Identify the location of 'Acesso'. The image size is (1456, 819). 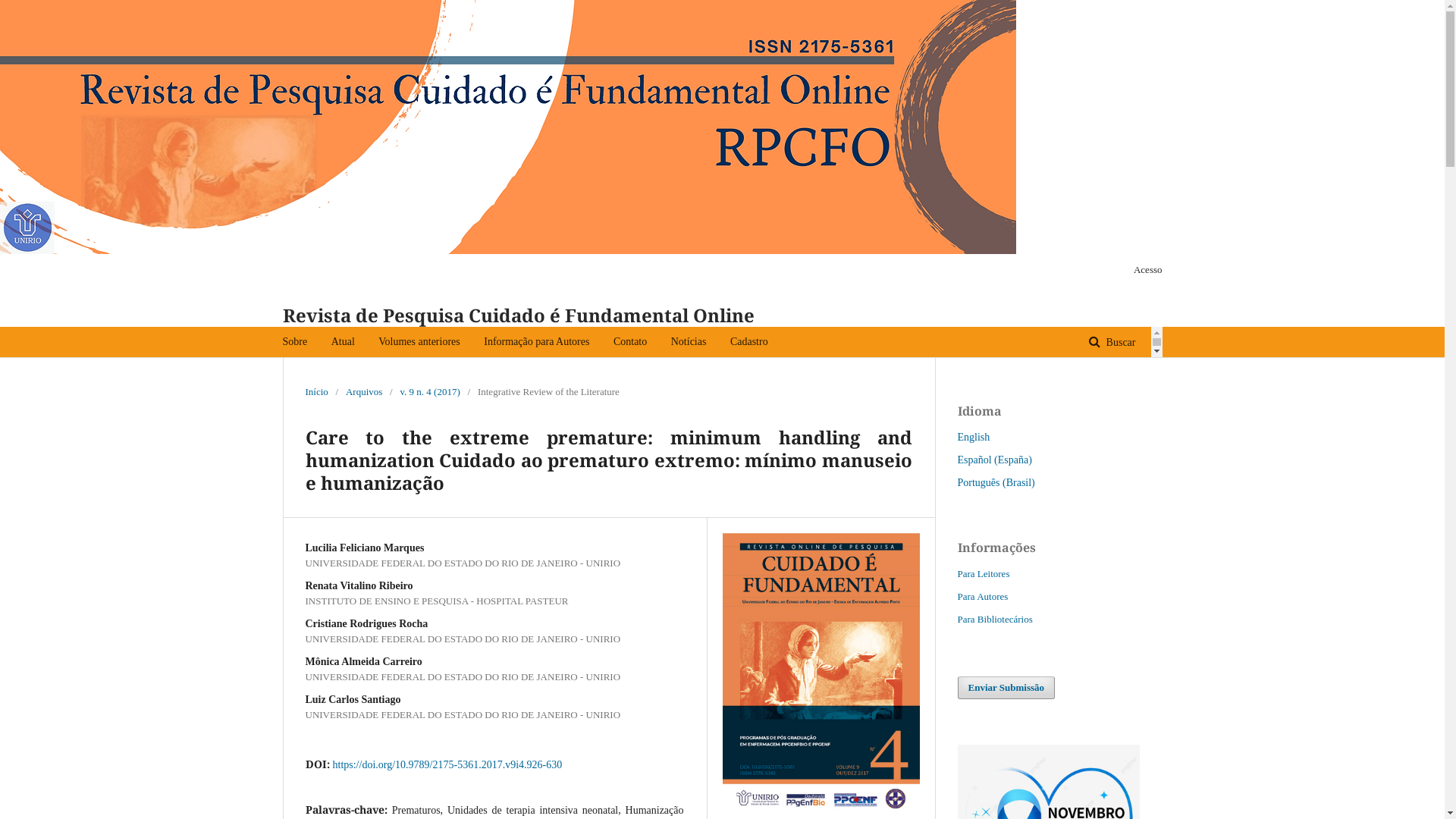
(1144, 268).